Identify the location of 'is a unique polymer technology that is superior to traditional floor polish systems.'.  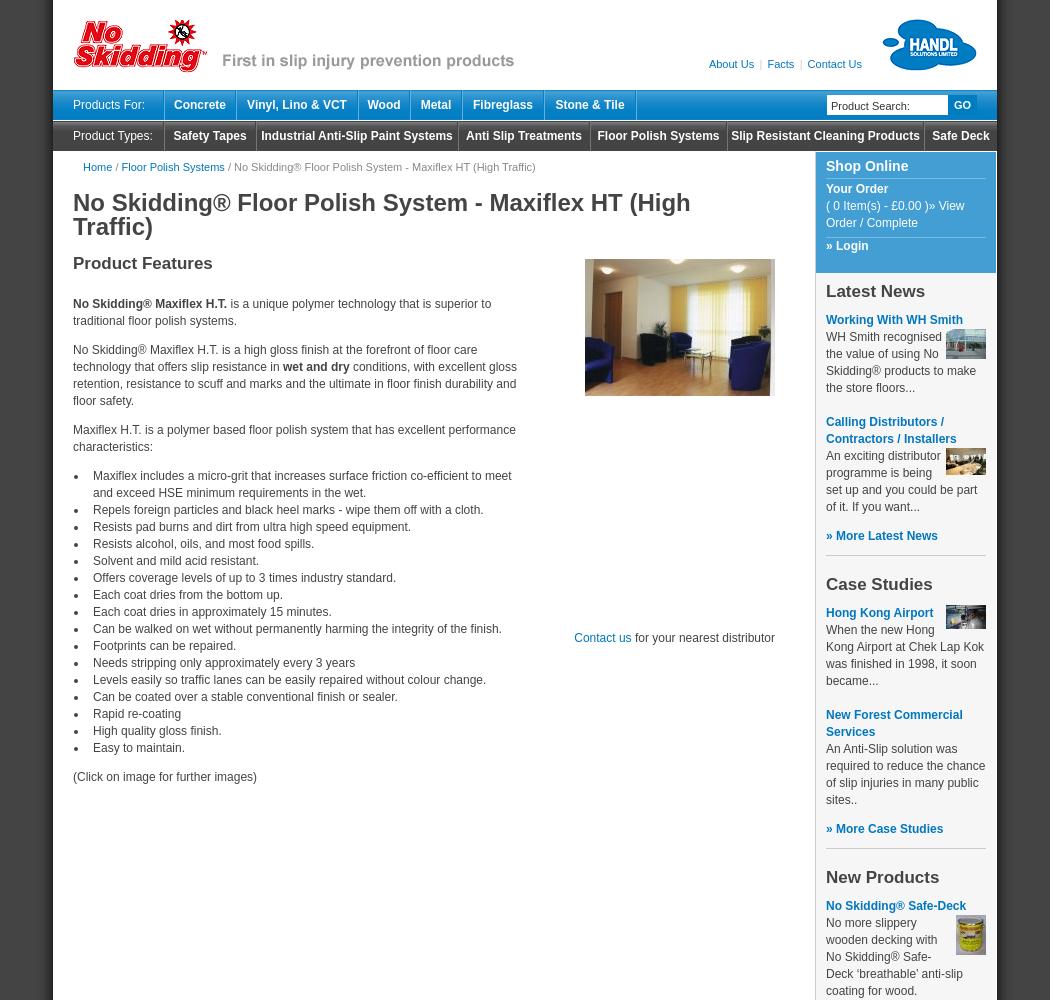
(71, 312).